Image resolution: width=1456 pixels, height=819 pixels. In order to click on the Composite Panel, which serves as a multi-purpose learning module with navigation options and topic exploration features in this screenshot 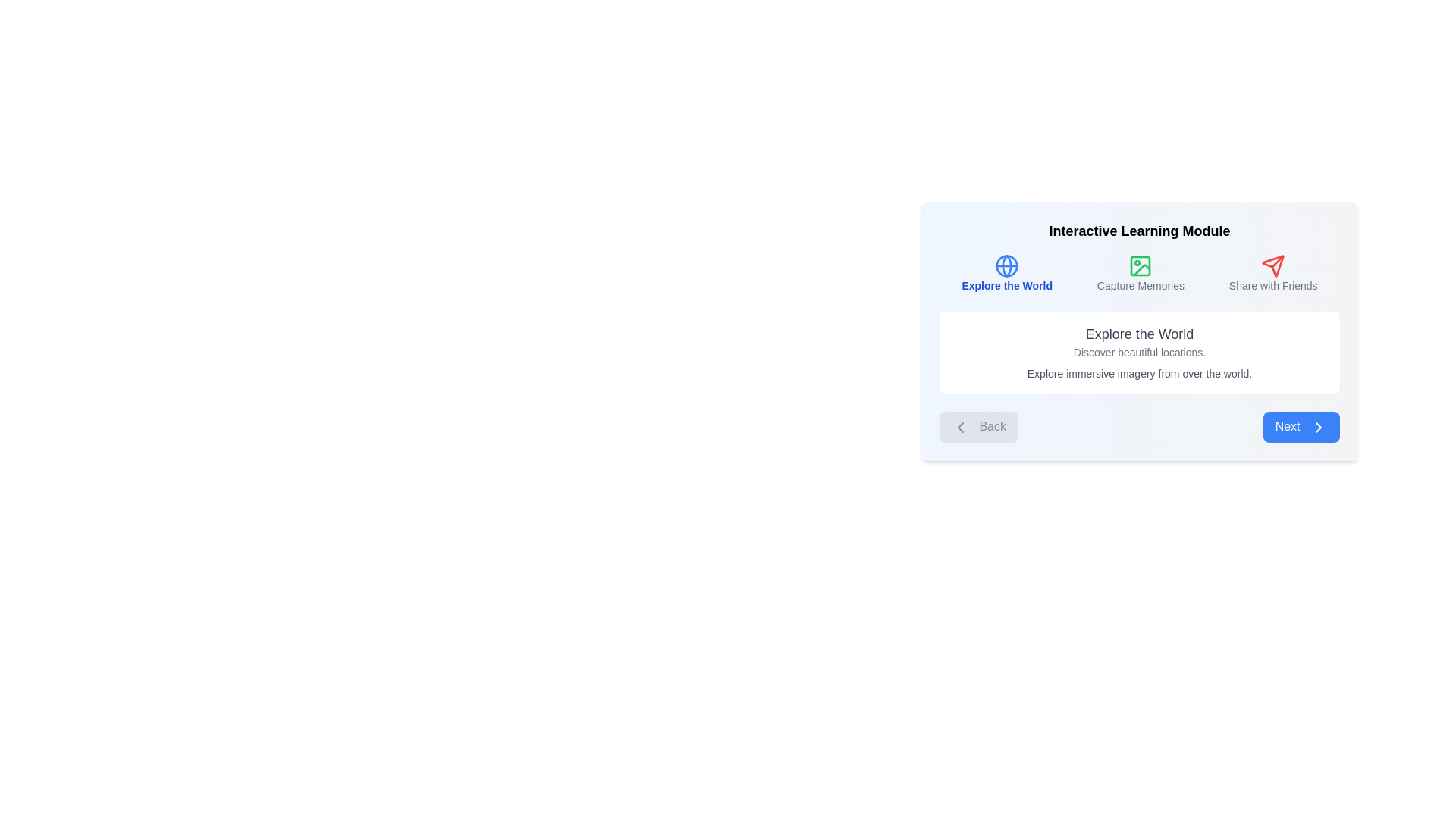, I will do `click(1139, 330)`.